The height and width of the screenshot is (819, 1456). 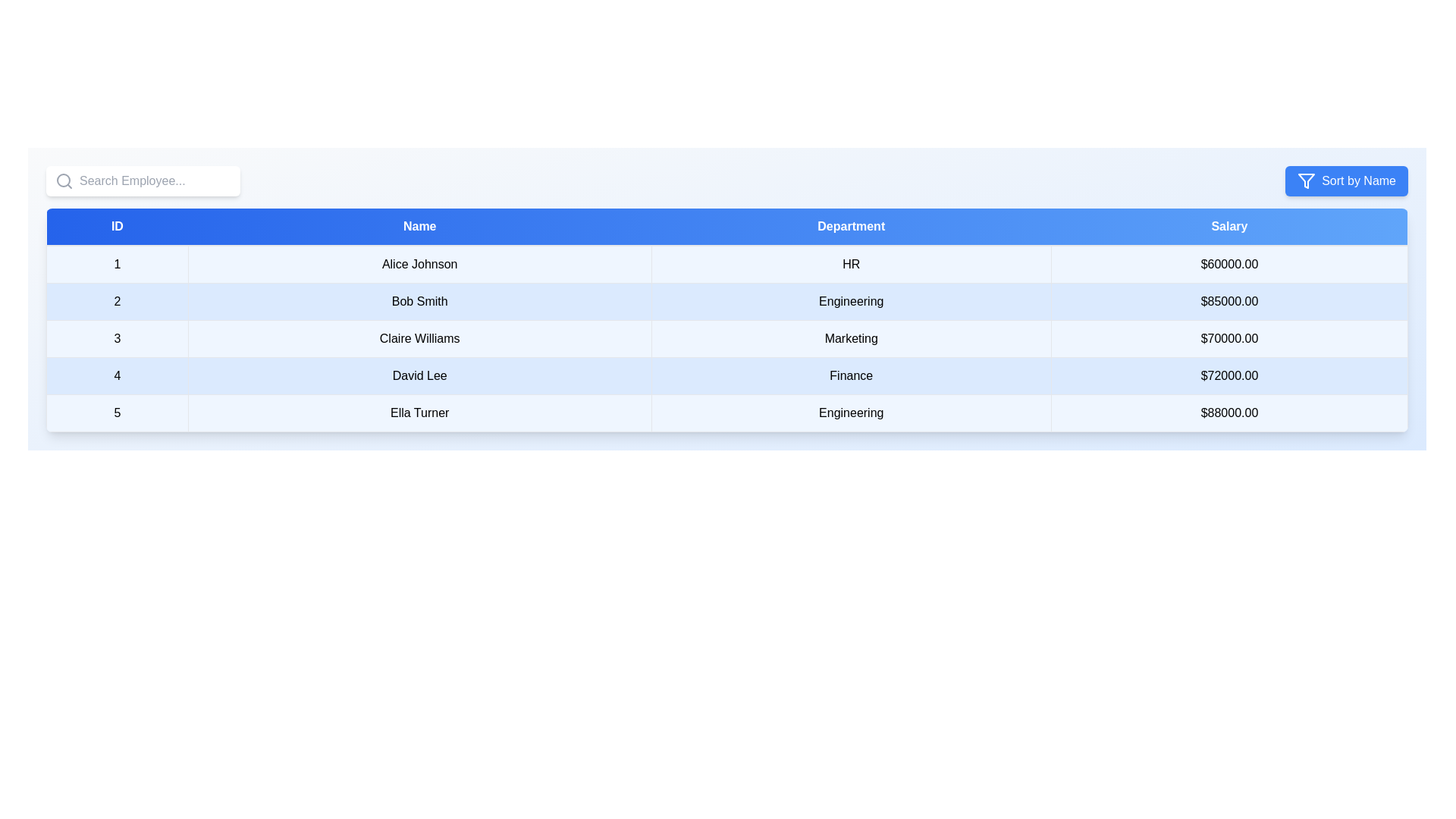 I want to click on to select the fourth visible table row representing the data entry for David Lee, which is located below the row with ID 3 and above the row with ID 5, so click(x=726, y=375).